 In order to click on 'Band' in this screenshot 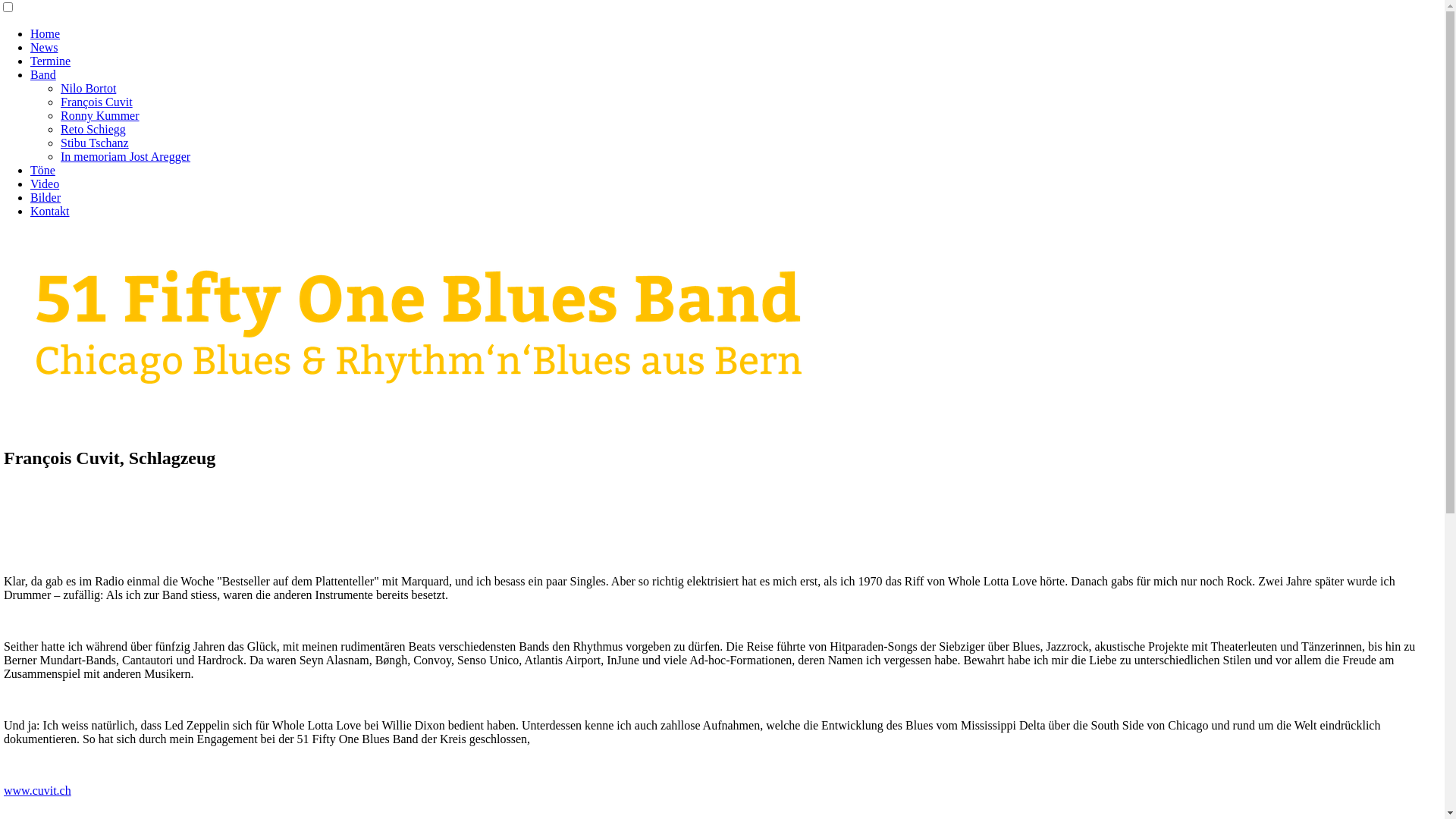, I will do `click(43, 74)`.